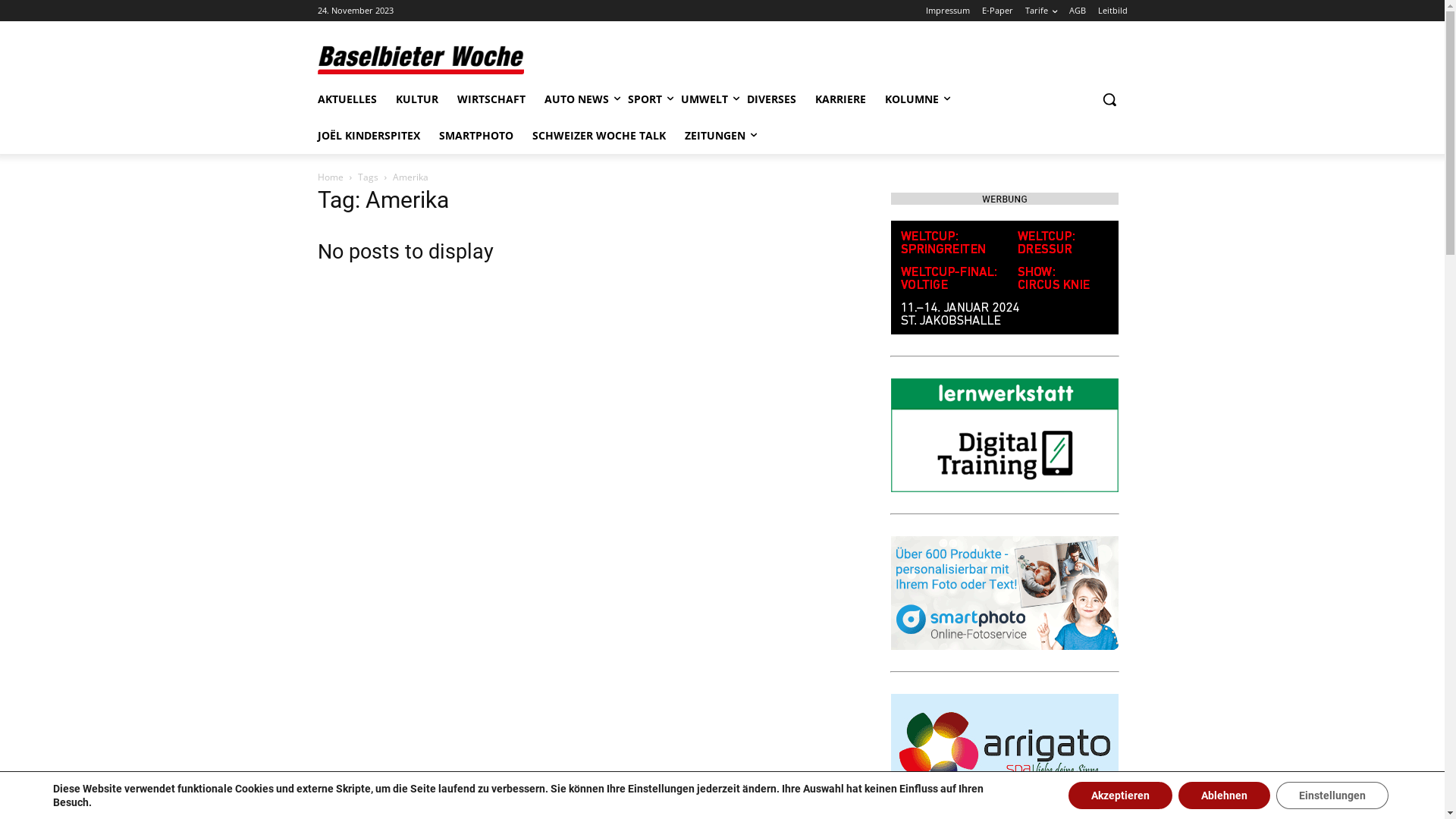  Describe the element at coordinates (1112, 11) in the screenshot. I see `'Leitbild'` at that location.